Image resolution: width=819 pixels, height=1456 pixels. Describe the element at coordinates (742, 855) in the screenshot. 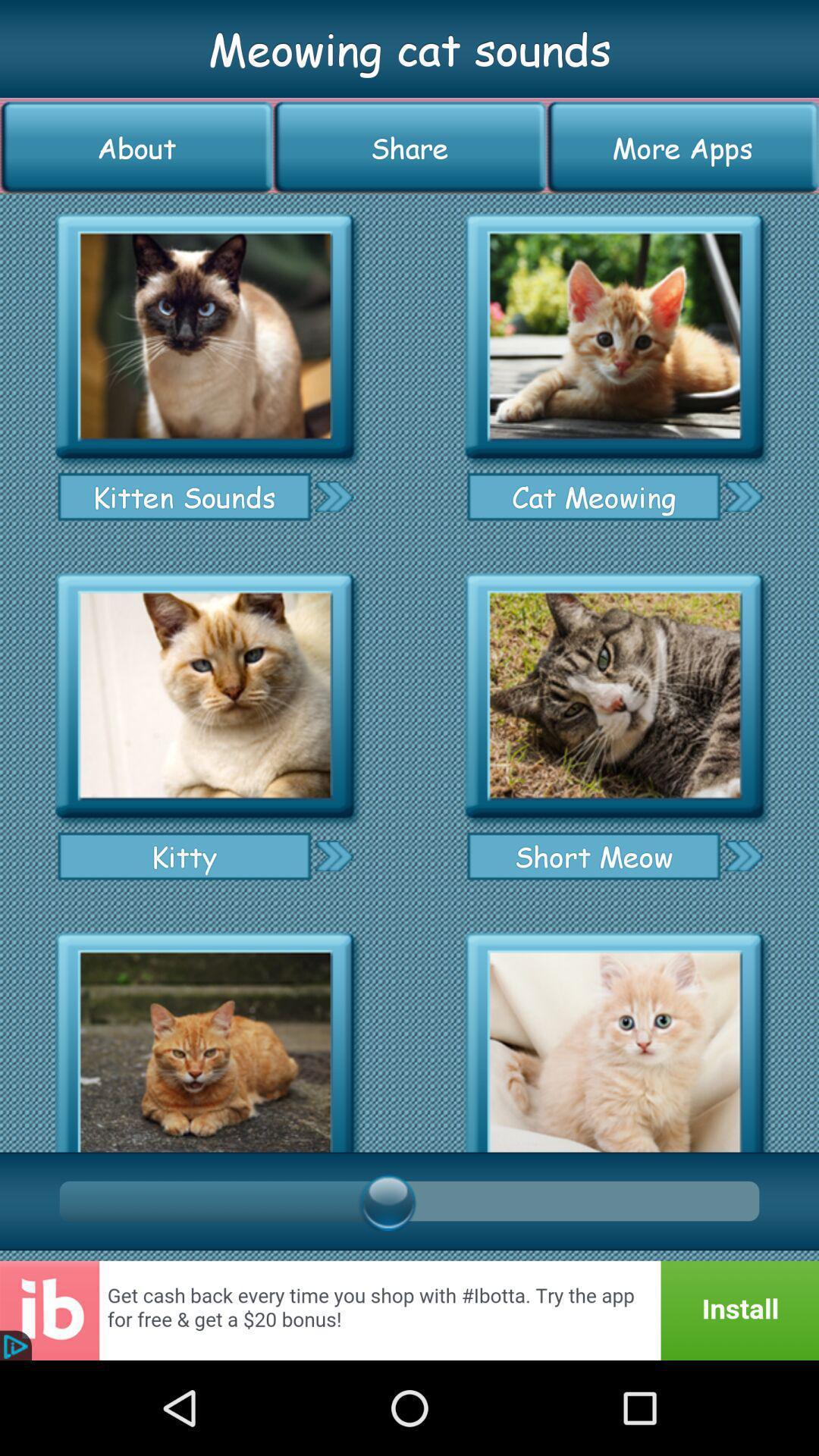

I see `next option` at that location.